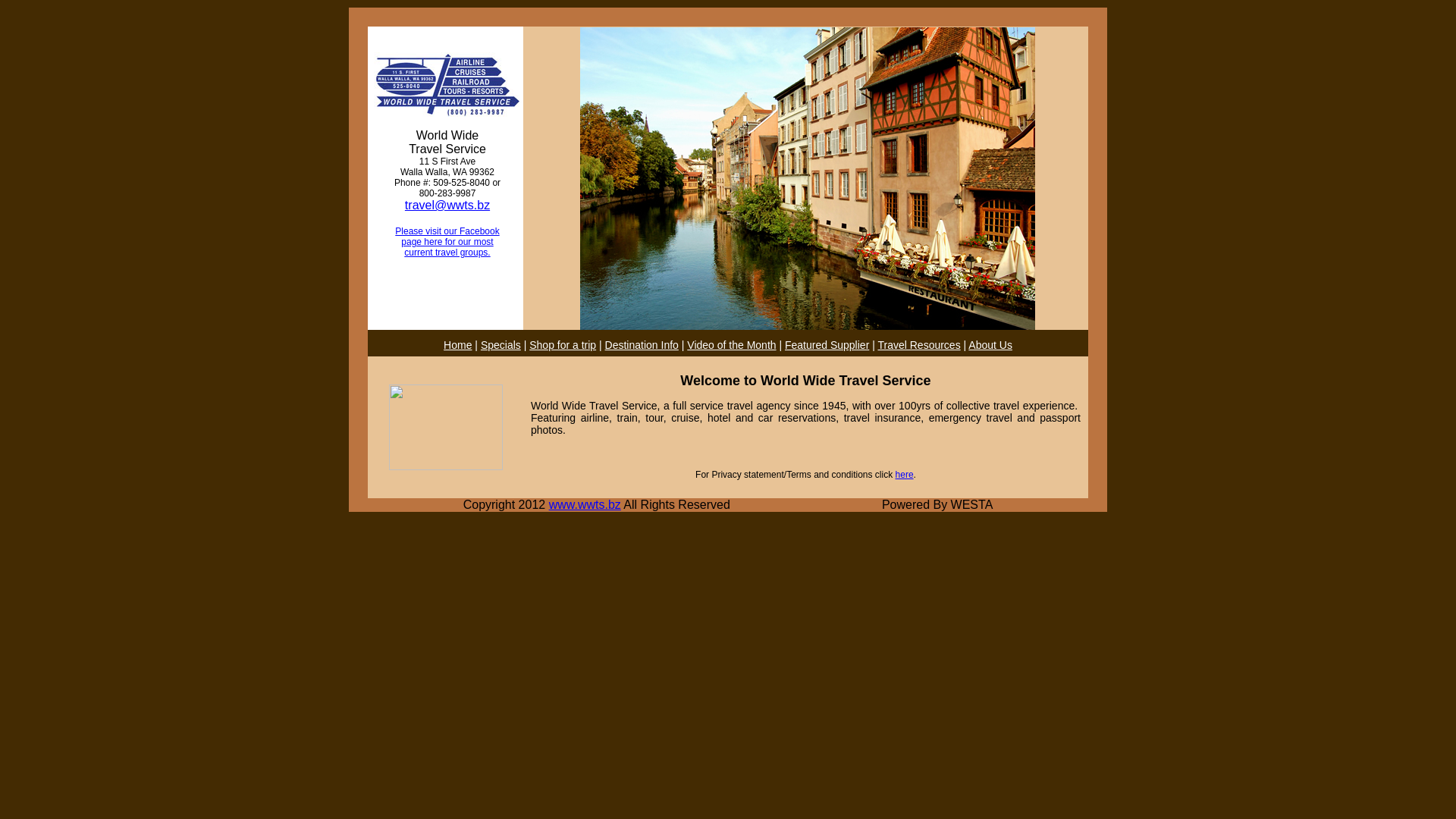 This screenshot has width=1456, height=819. What do you see at coordinates (731, 345) in the screenshot?
I see `'Video of the Month'` at bounding box center [731, 345].